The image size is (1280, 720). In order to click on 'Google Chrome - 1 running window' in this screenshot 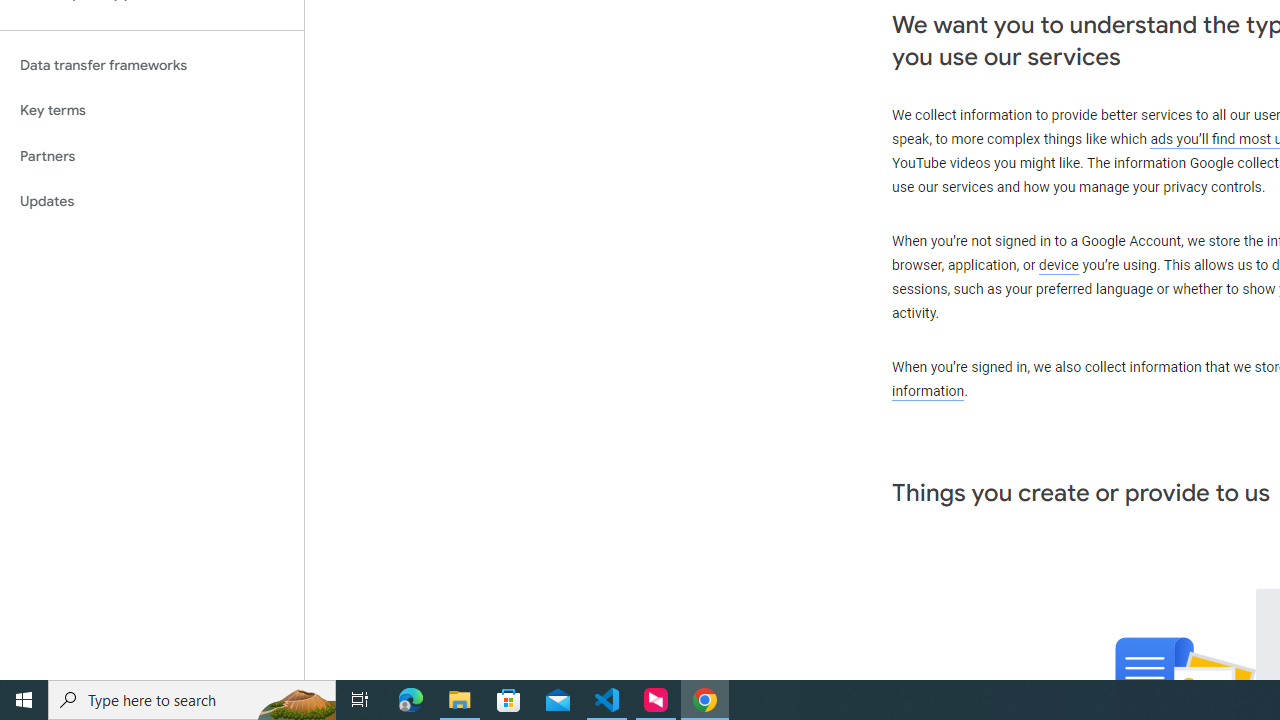, I will do `click(705, 698)`.